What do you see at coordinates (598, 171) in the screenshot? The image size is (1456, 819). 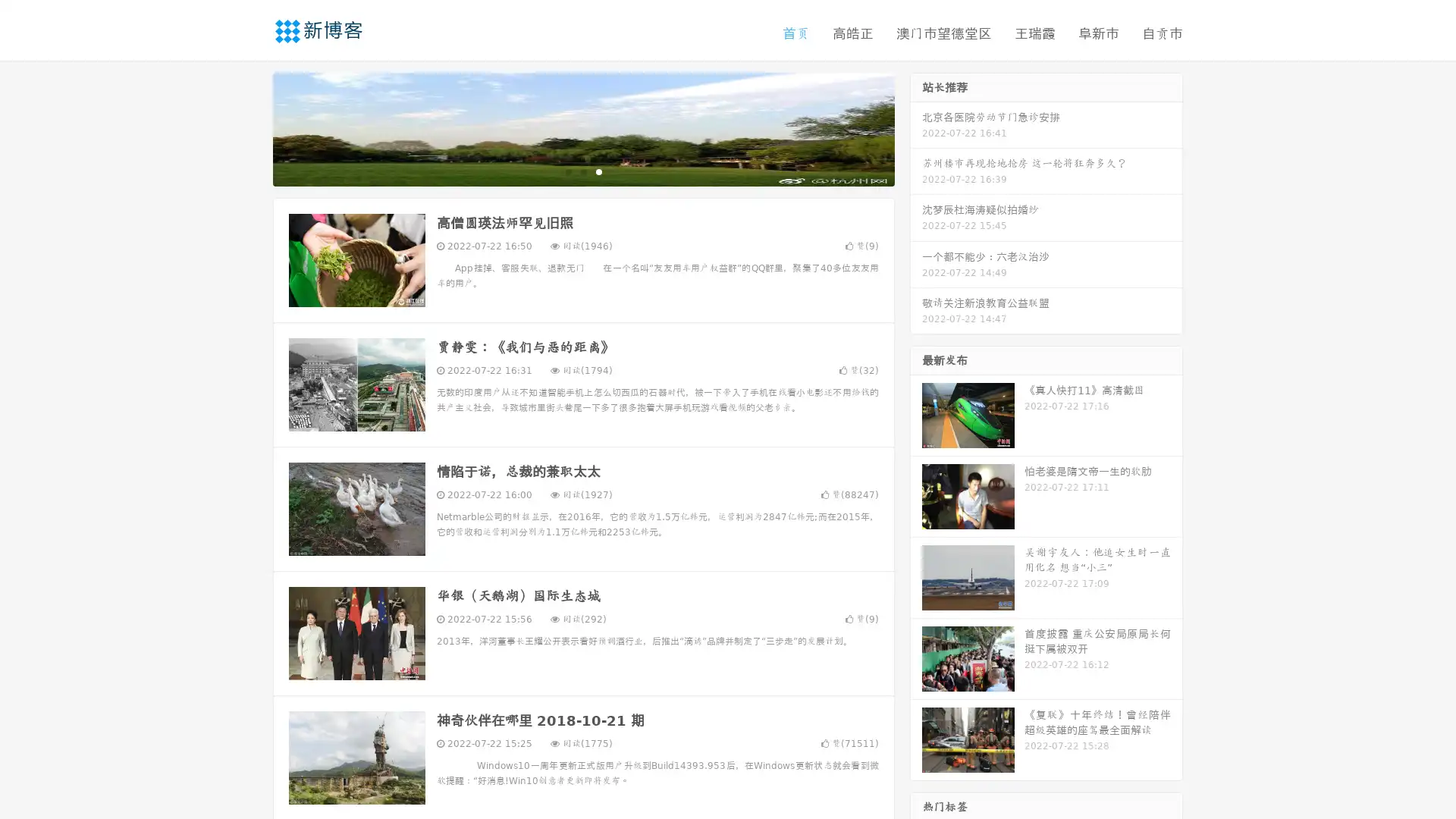 I see `Go to slide 3` at bounding box center [598, 171].